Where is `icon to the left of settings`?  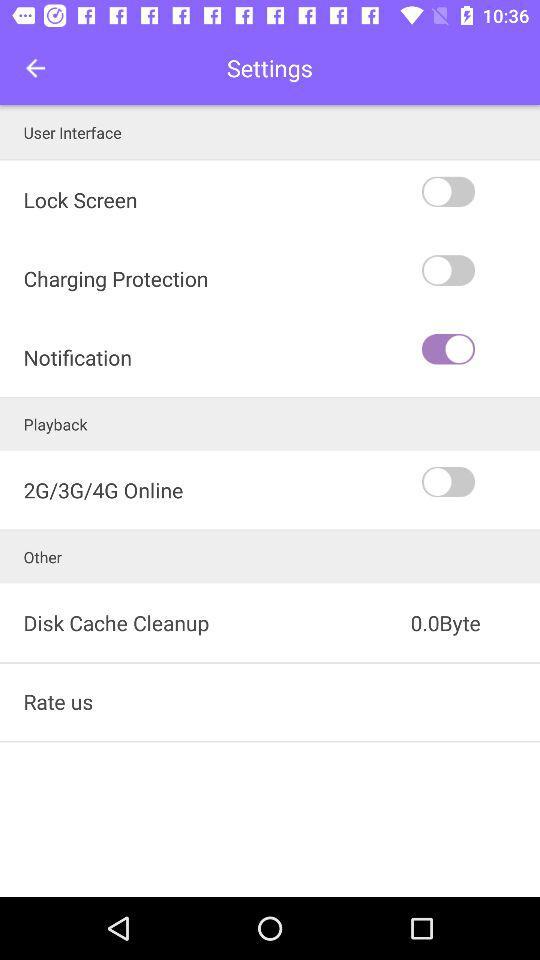
icon to the left of settings is located at coordinates (35, 68).